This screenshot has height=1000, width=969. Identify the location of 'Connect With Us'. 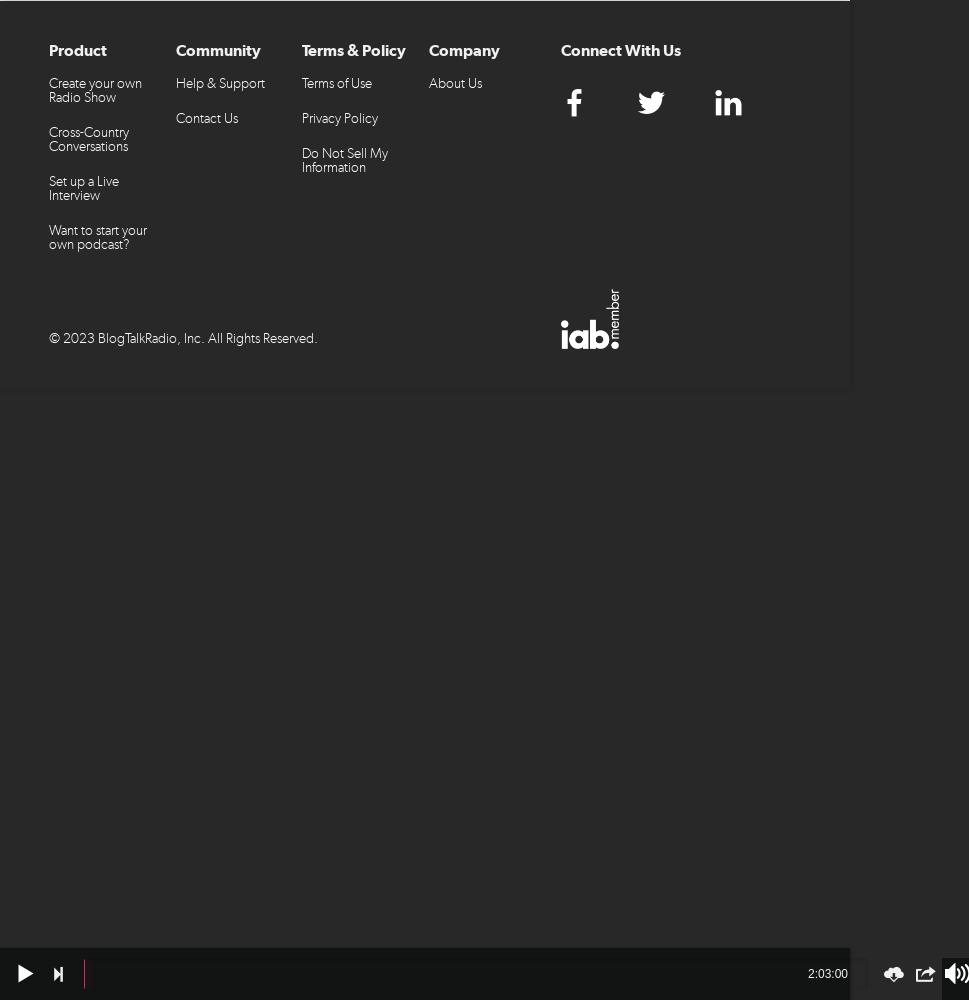
(621, 50).